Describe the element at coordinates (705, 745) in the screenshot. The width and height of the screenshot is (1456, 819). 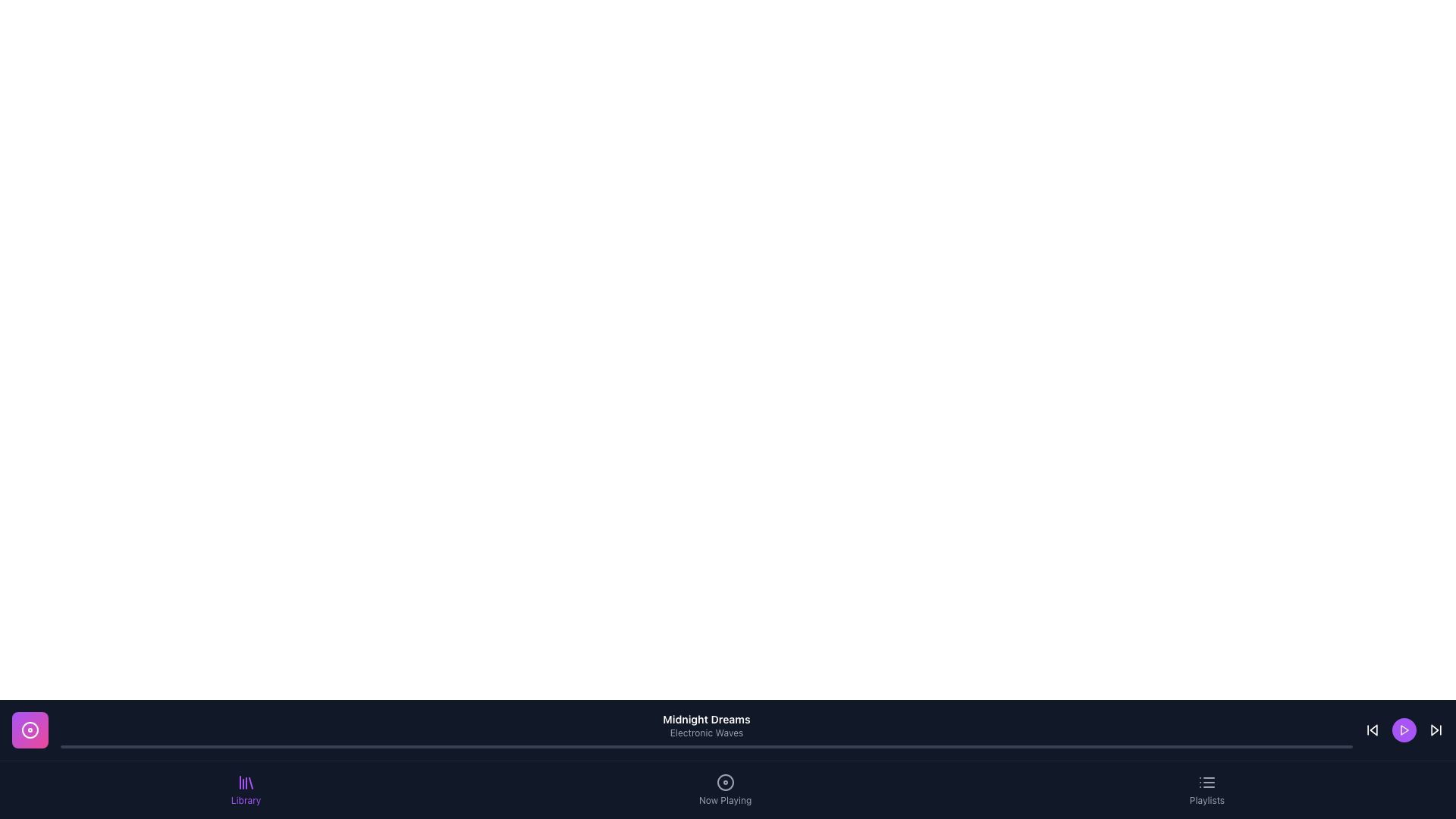
I see `the progress bar located beneath the text 'Electronic Waves', which indicates playback progress` at that location.